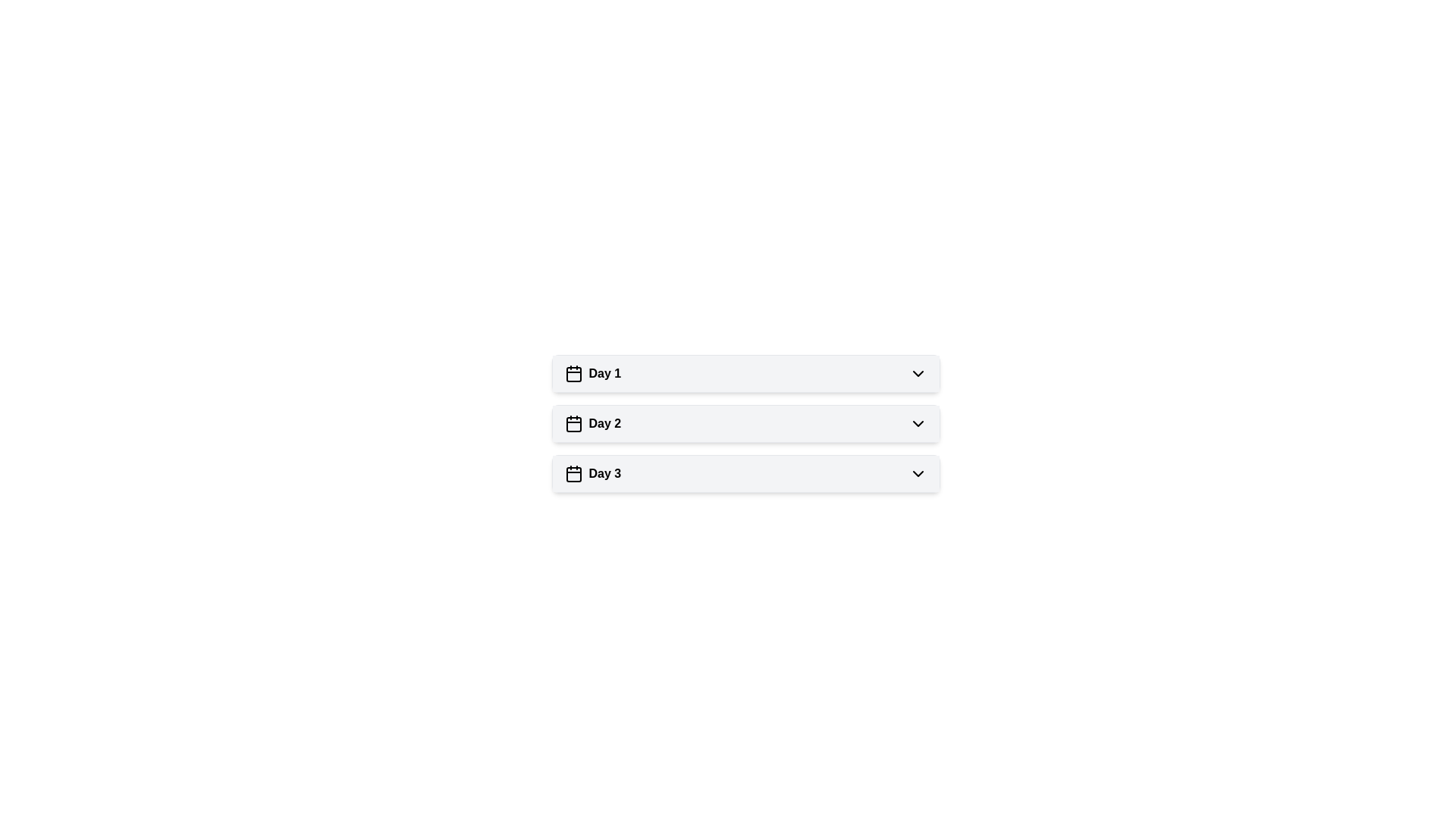 This screenshot has width=1456, height=819. What do you see at coordinates (573, 473) in the screenshot?
I see `the calendar icon for 'Day 3' located in the third row of the vertical list of items` at bounding box center [573, 473].